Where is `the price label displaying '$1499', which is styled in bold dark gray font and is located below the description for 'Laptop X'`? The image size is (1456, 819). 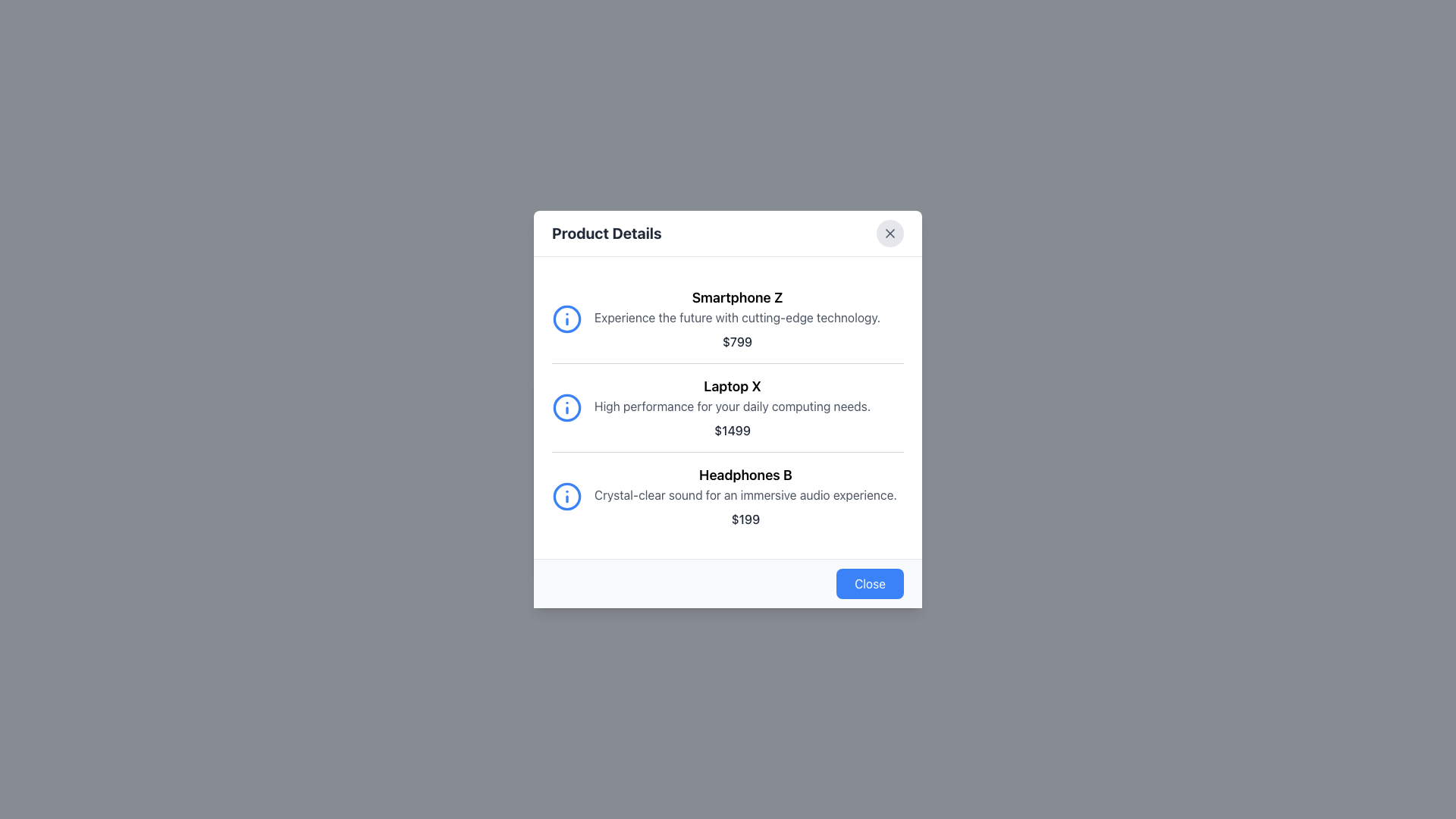
the price label displaying '$1499', which is styled in bold dark gray font and is located below the description for 'Laptop X' is located at coordinates (733, 430).